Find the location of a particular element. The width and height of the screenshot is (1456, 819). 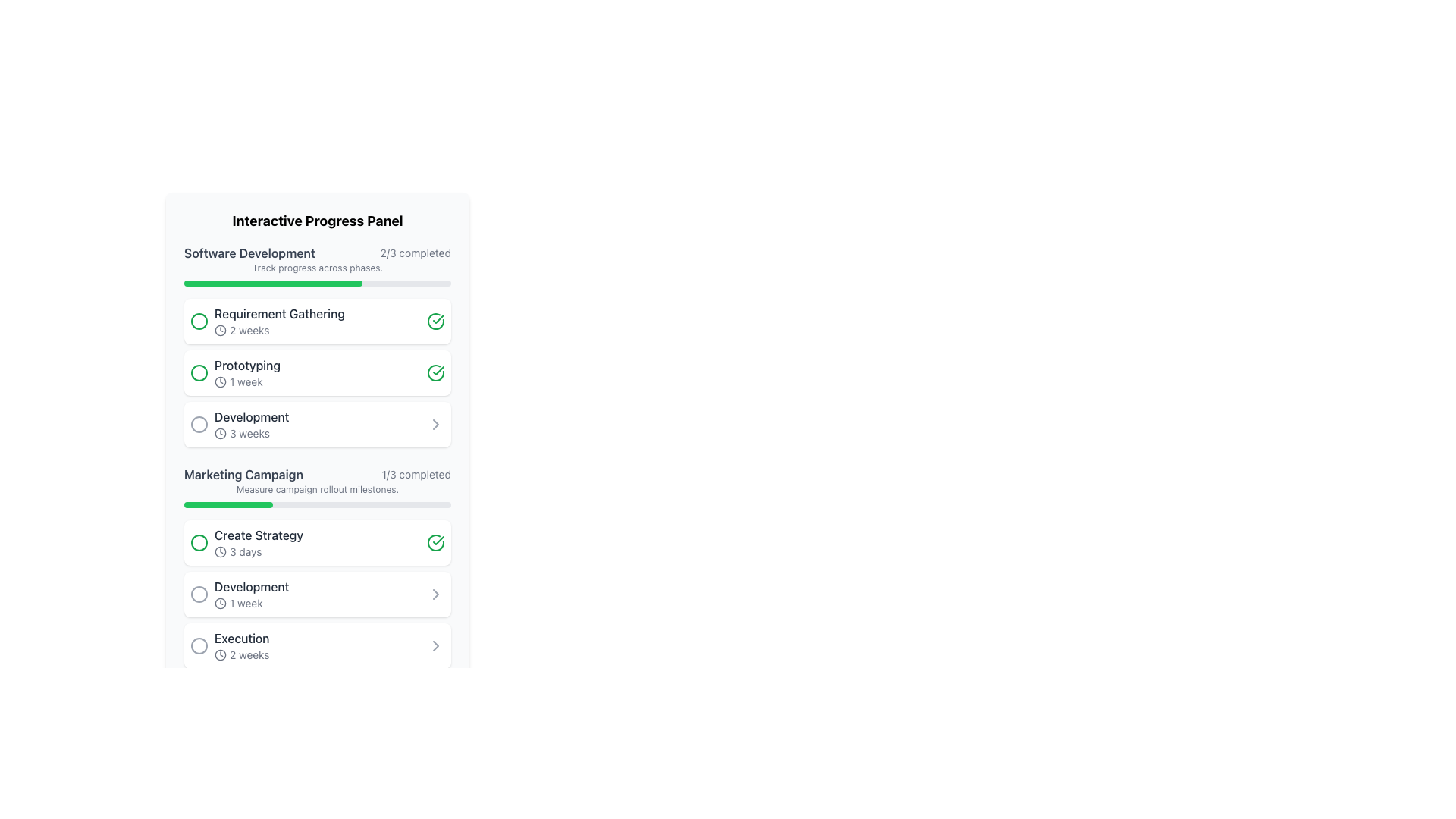

the list item labeled 'Requirement Gathering' with a subtext of '2 weeks' is located at coordinates (316, 321).